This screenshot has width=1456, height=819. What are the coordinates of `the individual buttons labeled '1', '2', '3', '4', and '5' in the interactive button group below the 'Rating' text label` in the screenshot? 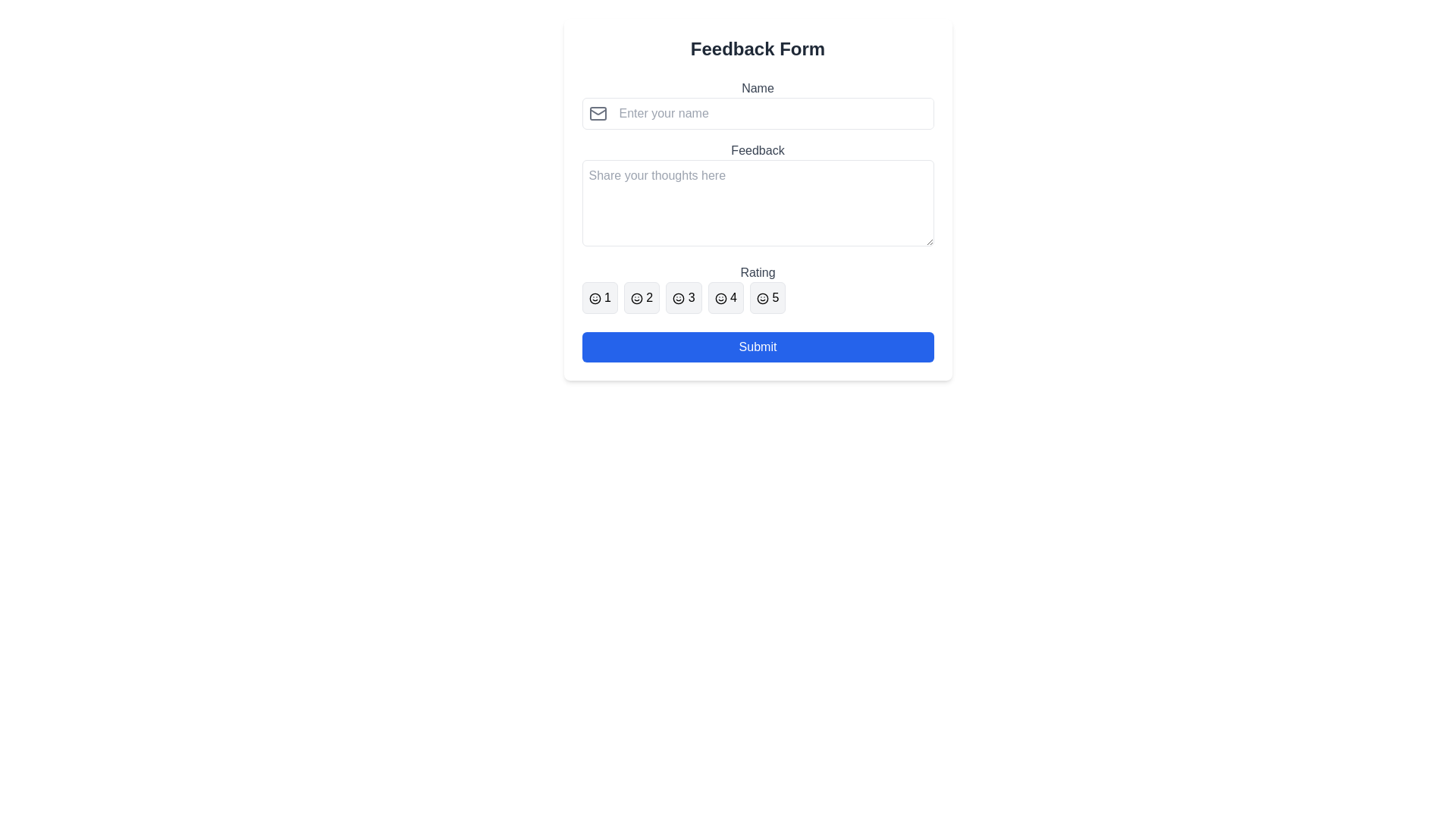 It's located at (758, 298).